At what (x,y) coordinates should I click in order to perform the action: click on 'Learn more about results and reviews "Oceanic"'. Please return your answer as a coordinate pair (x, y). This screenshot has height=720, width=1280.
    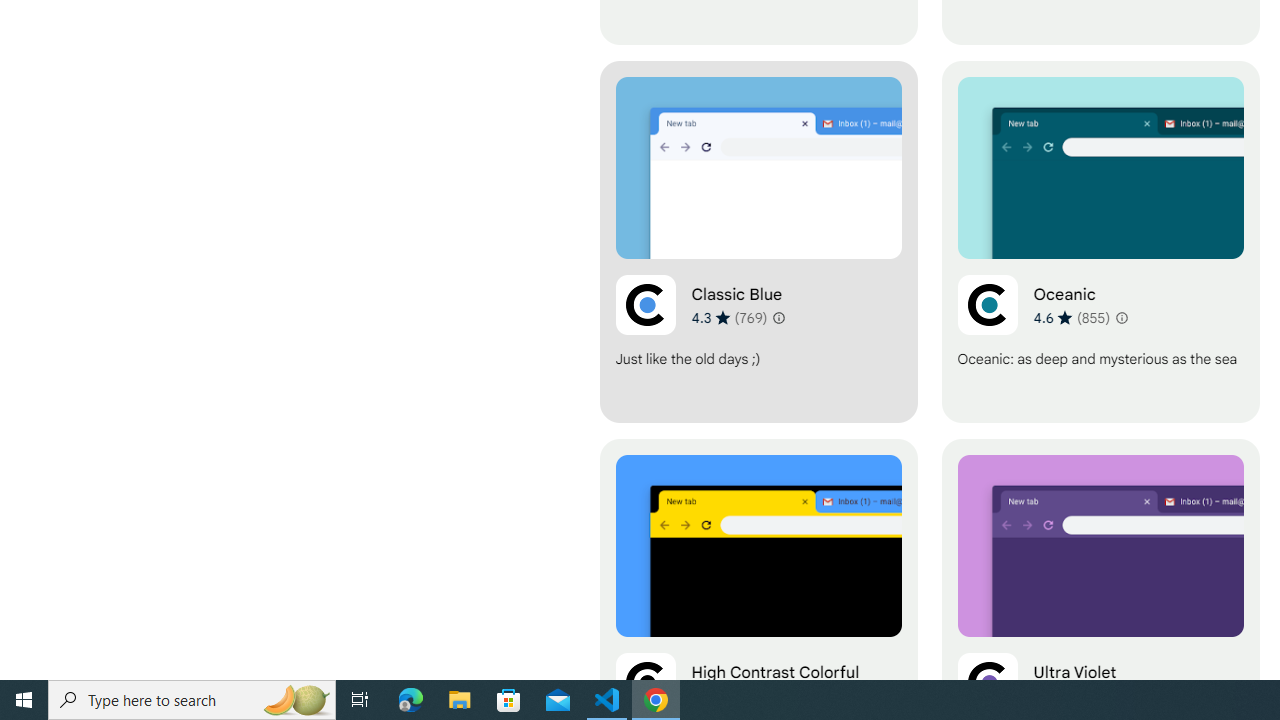
    Looking at the image, I should click on (1120, 316).